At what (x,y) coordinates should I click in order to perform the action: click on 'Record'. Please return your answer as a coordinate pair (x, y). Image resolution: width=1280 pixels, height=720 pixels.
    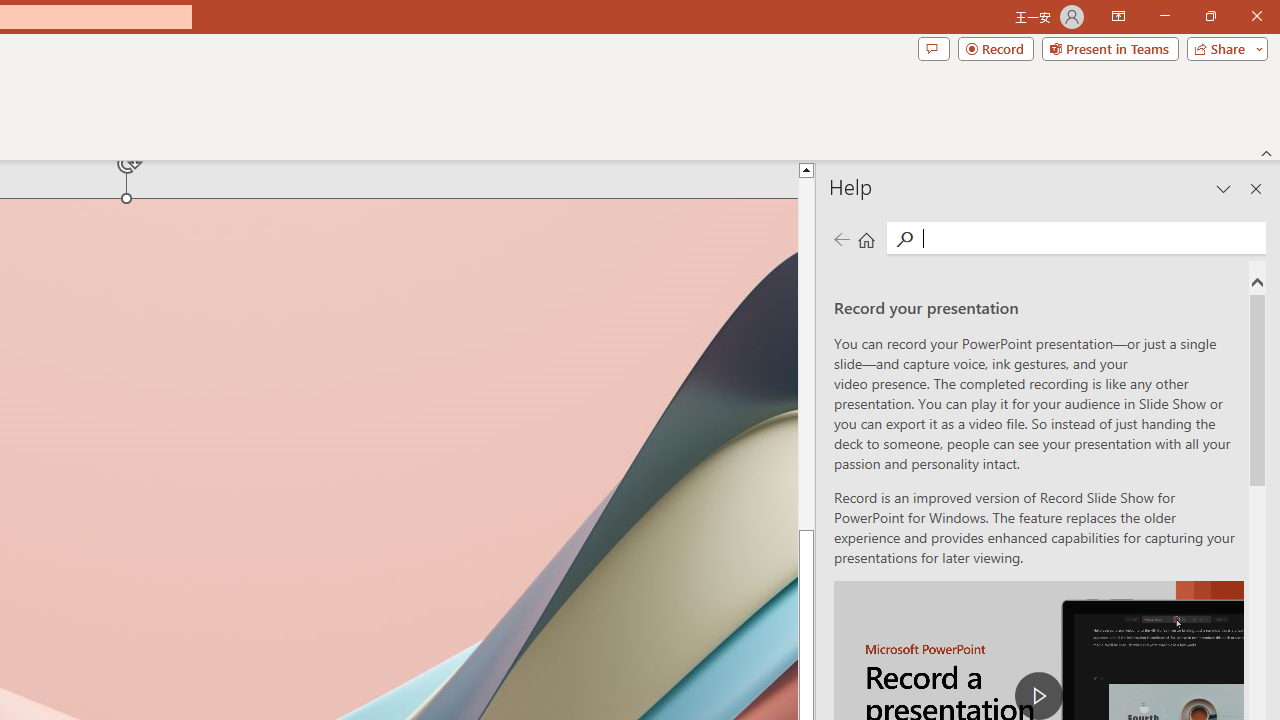
    Looking at the image, I should click on (995, 47).